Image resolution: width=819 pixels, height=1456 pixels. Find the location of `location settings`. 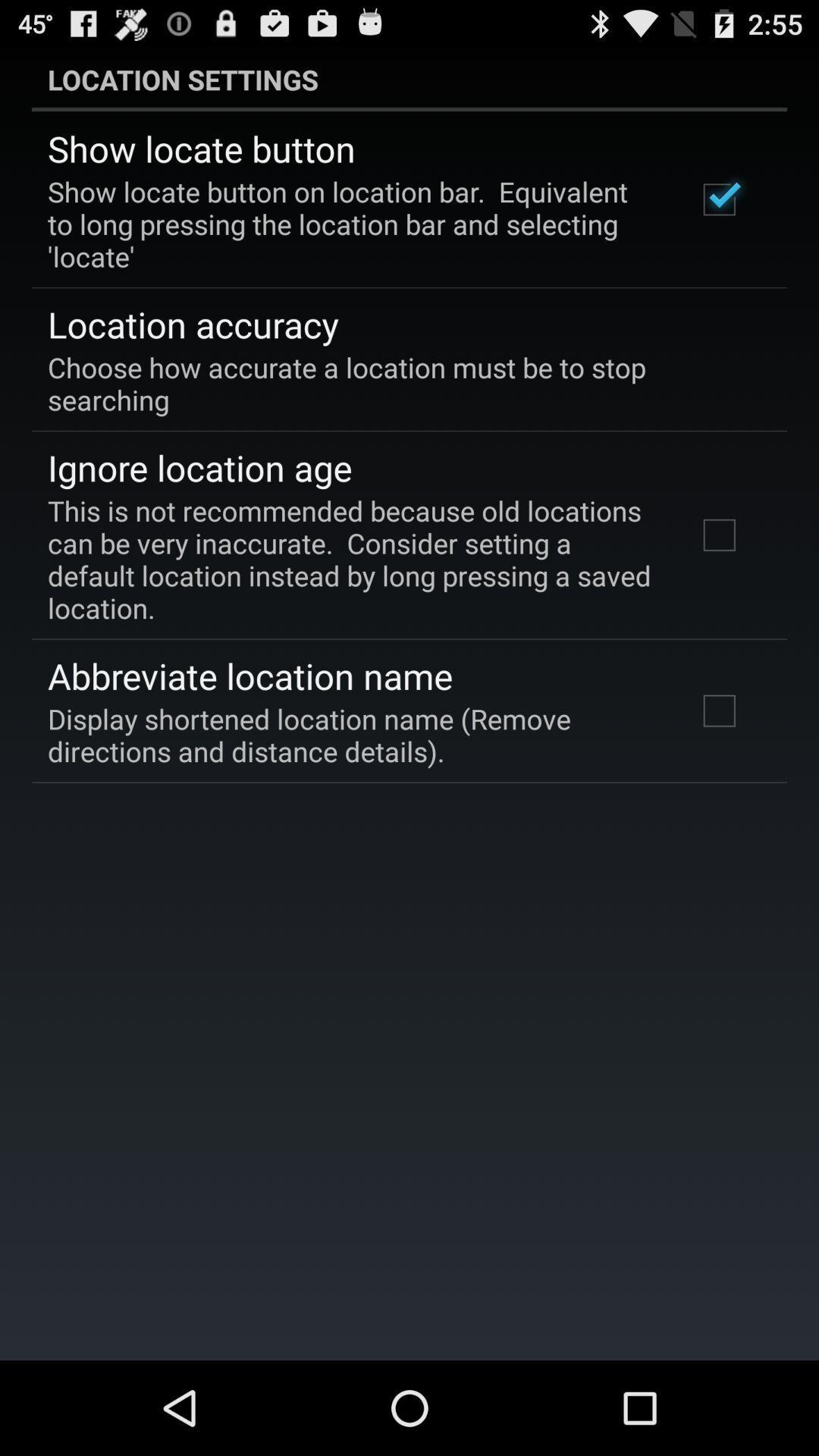

location settings is located at coordinates (409, 79).